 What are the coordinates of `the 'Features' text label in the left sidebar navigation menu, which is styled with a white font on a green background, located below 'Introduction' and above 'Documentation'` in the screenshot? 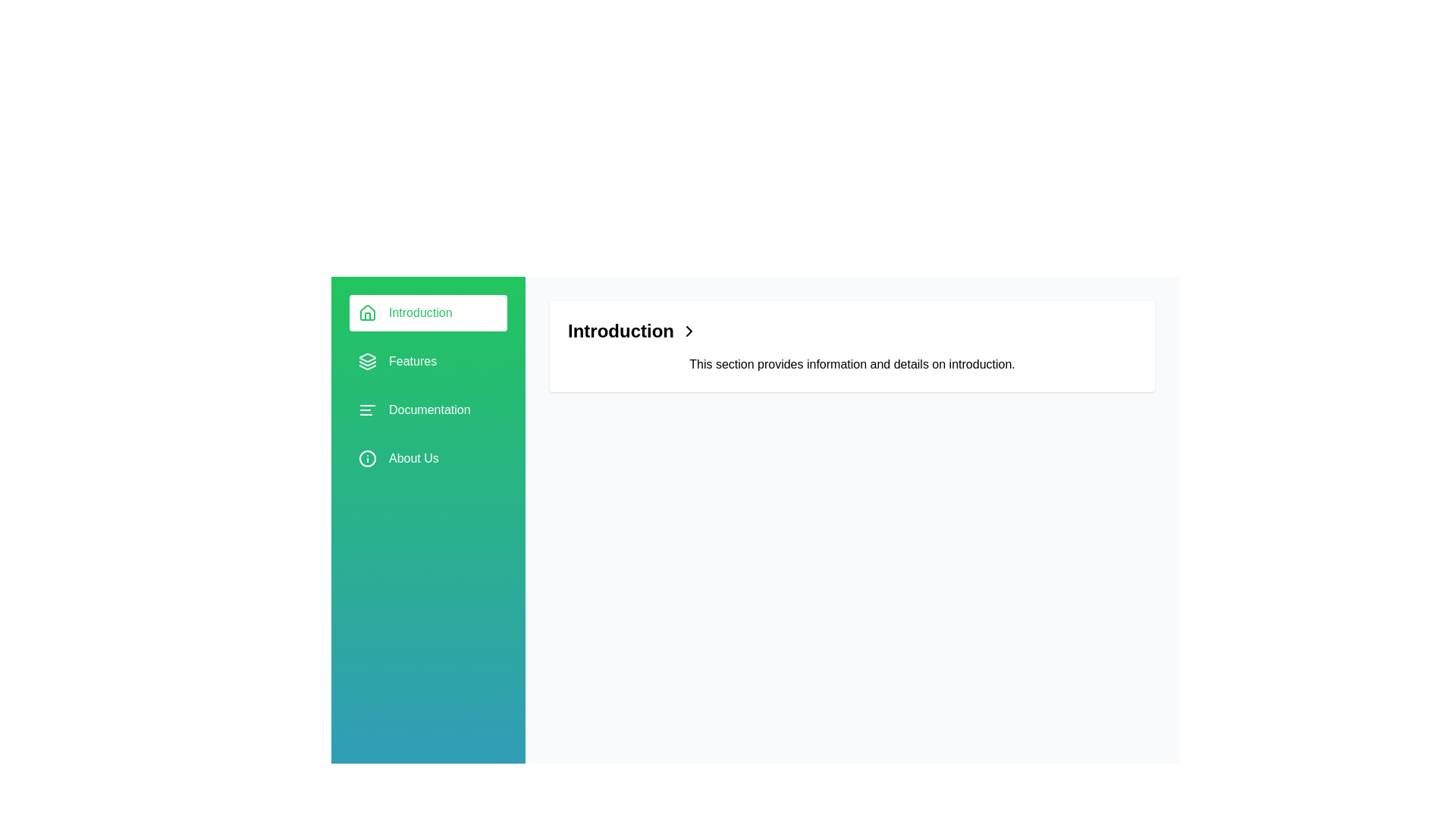 It's located at (413, 362).